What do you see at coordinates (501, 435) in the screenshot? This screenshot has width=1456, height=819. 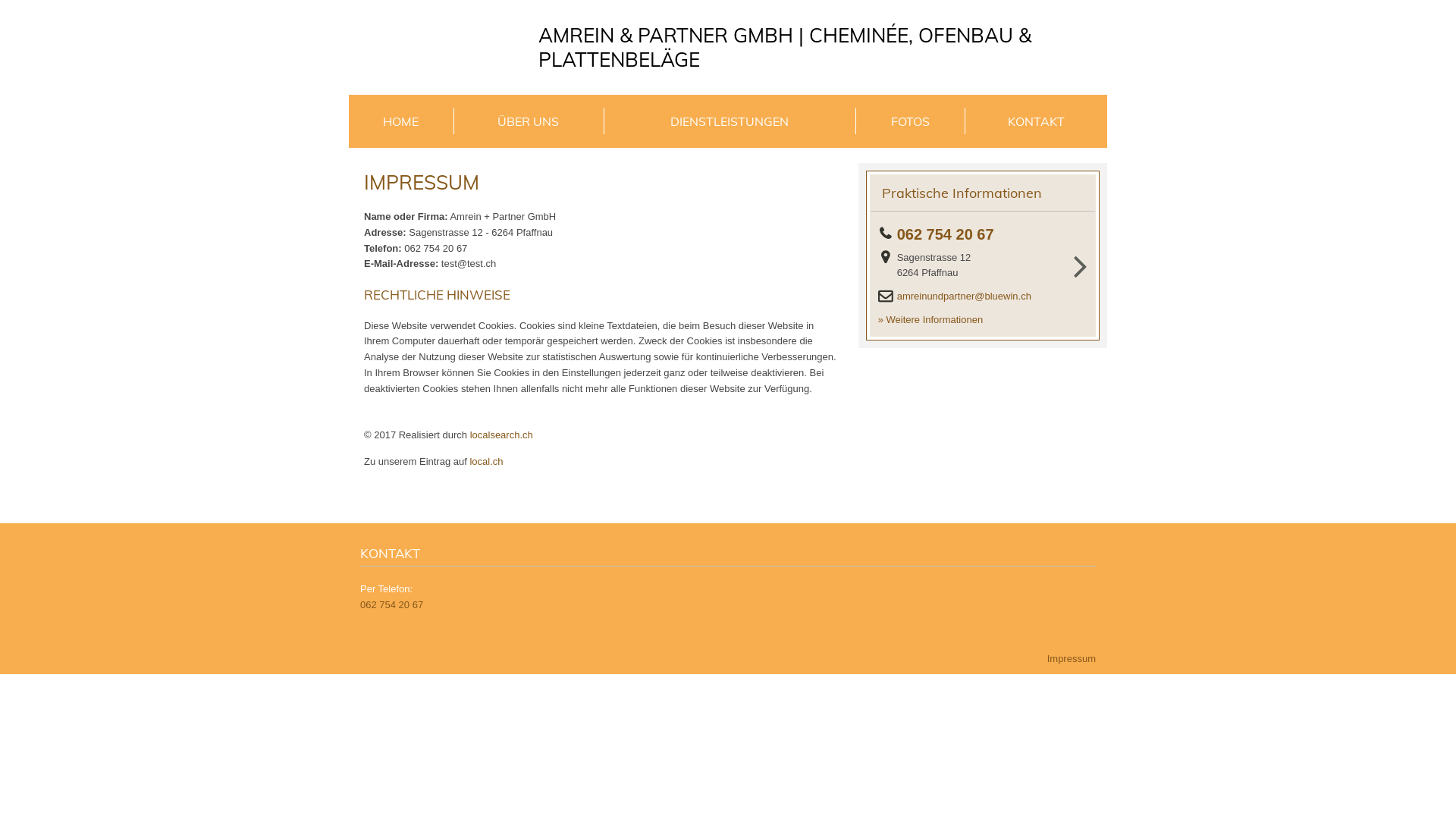 I see `'localsearch.ch'` at bounding box center [501, 435].